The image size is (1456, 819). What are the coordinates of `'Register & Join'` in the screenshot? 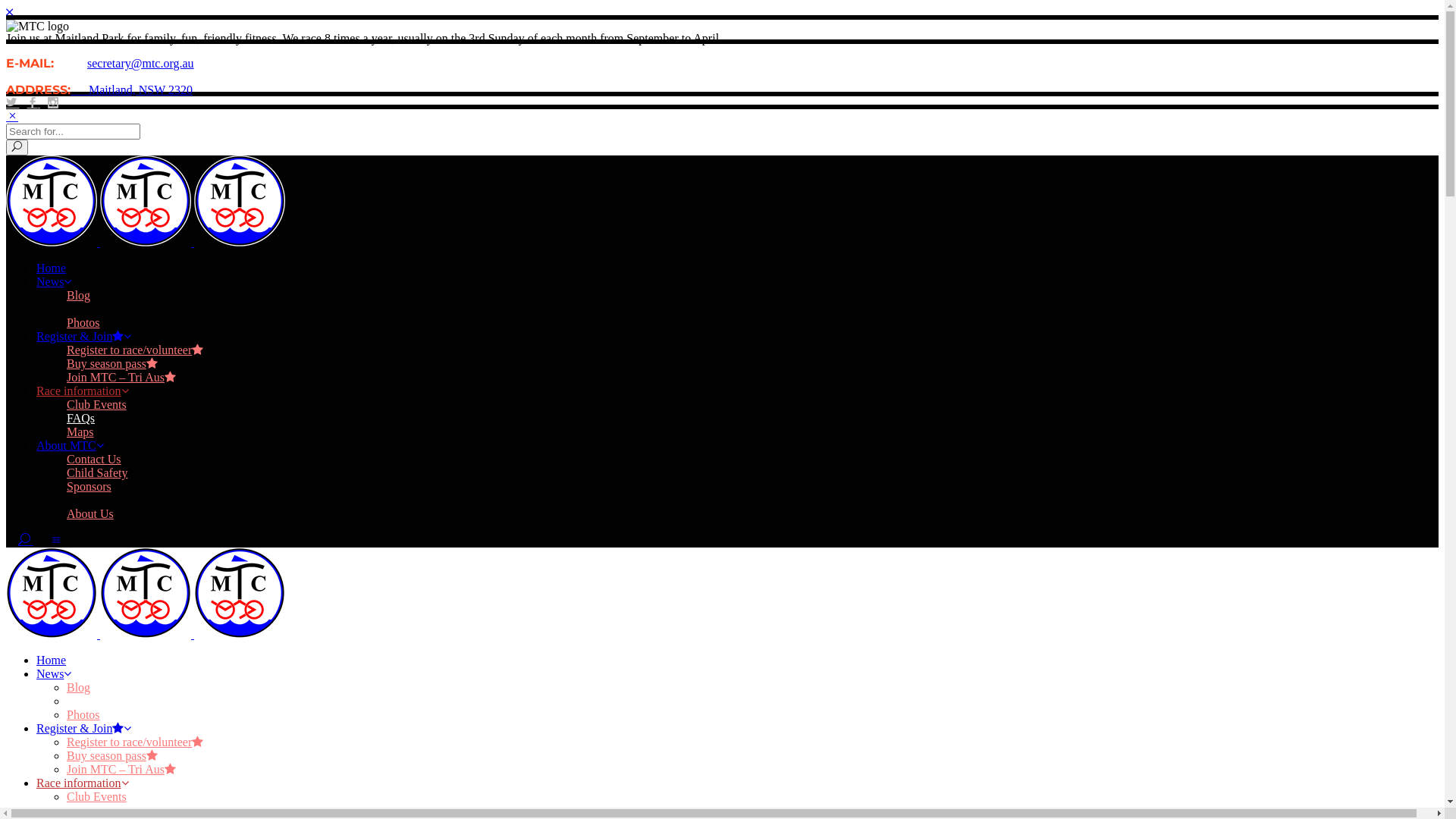 It's located at (83, 727).